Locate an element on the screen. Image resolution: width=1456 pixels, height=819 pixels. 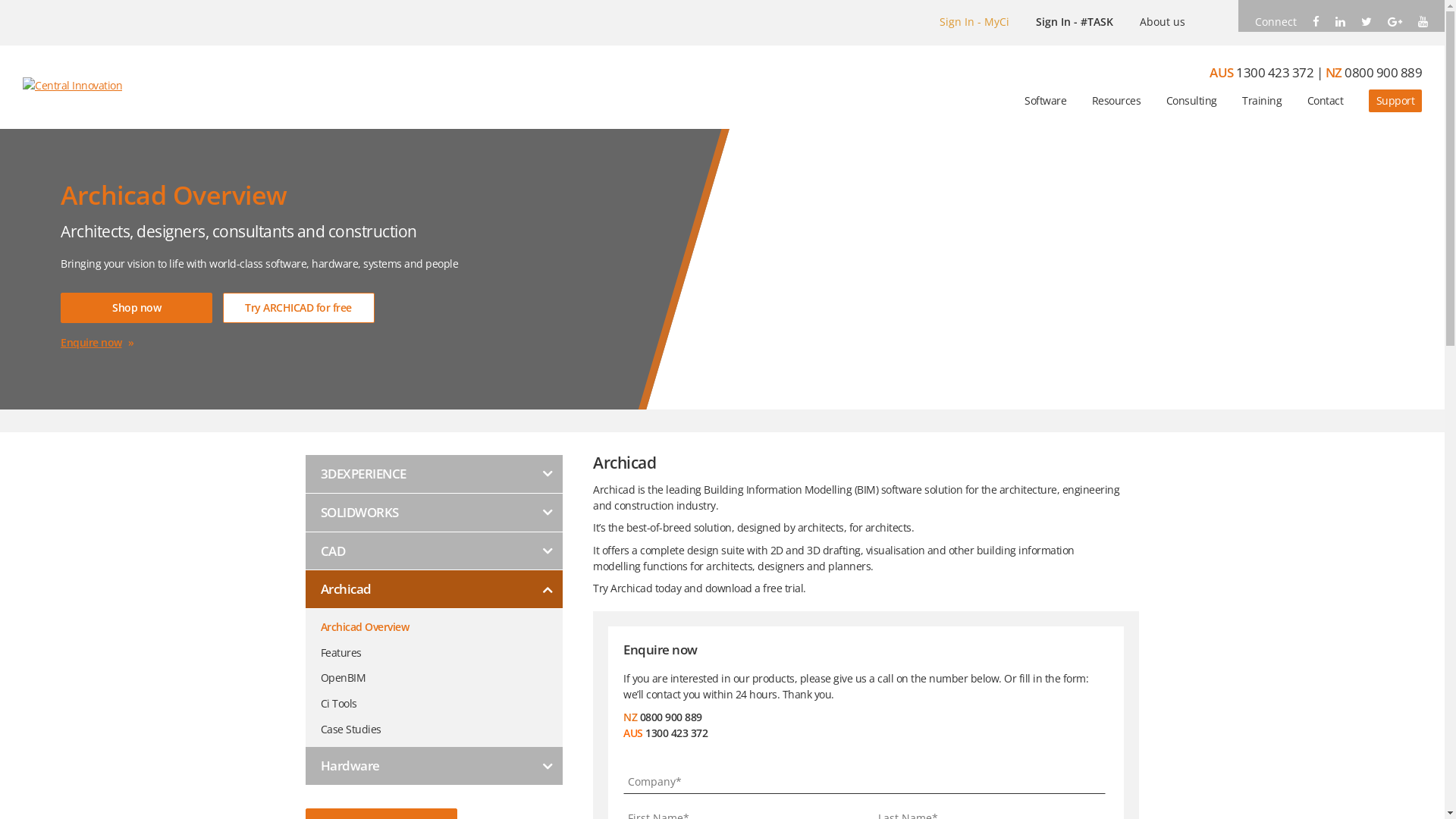
'0800 900 889' is located at coordinates (1383, 72).